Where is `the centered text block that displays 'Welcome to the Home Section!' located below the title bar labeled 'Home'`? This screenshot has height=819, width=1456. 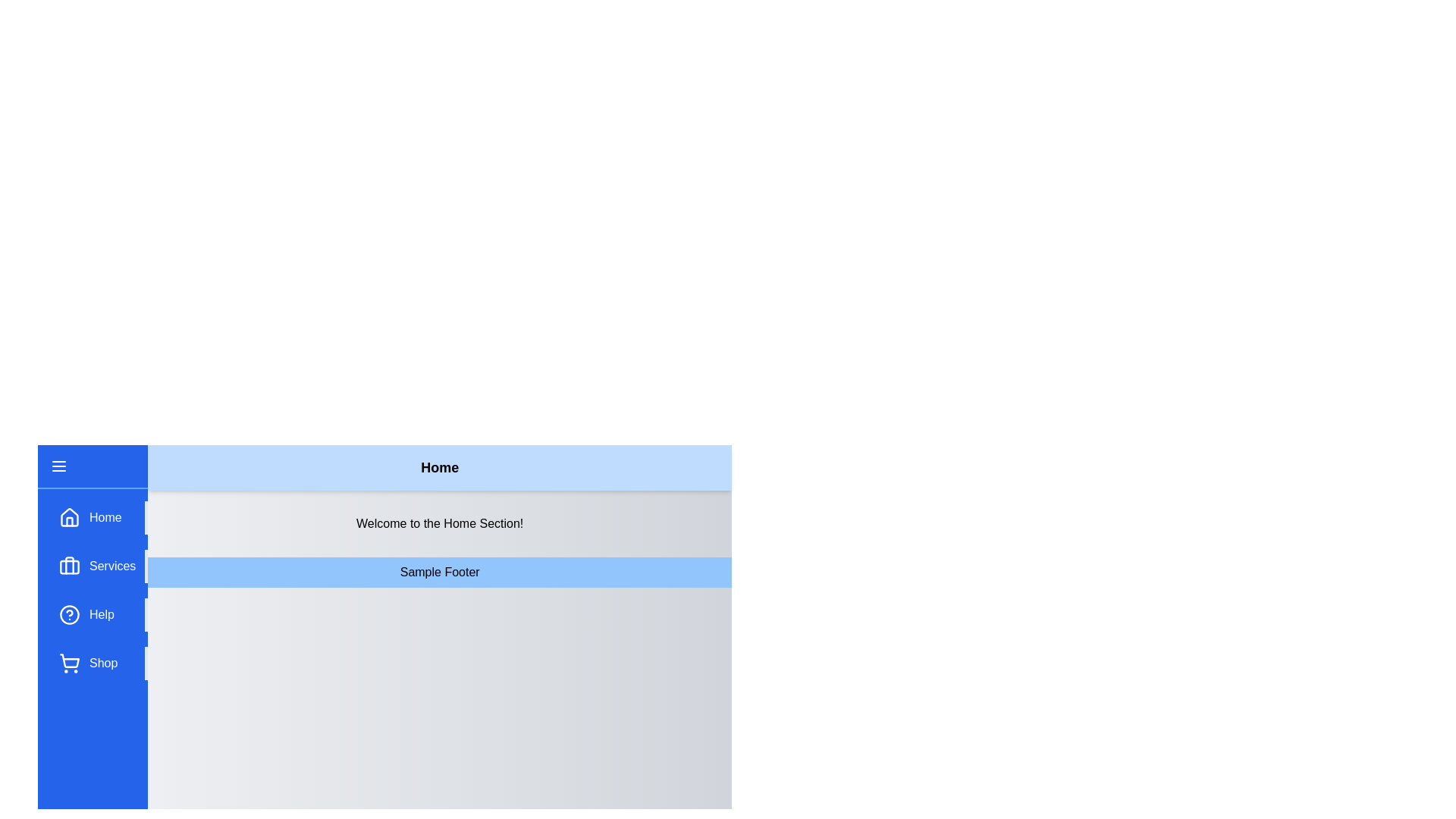
the centered text block that displays 'Welcome to the Home Section!' located below the title bar labeled 'Home' is located at coordinates (439, 522).